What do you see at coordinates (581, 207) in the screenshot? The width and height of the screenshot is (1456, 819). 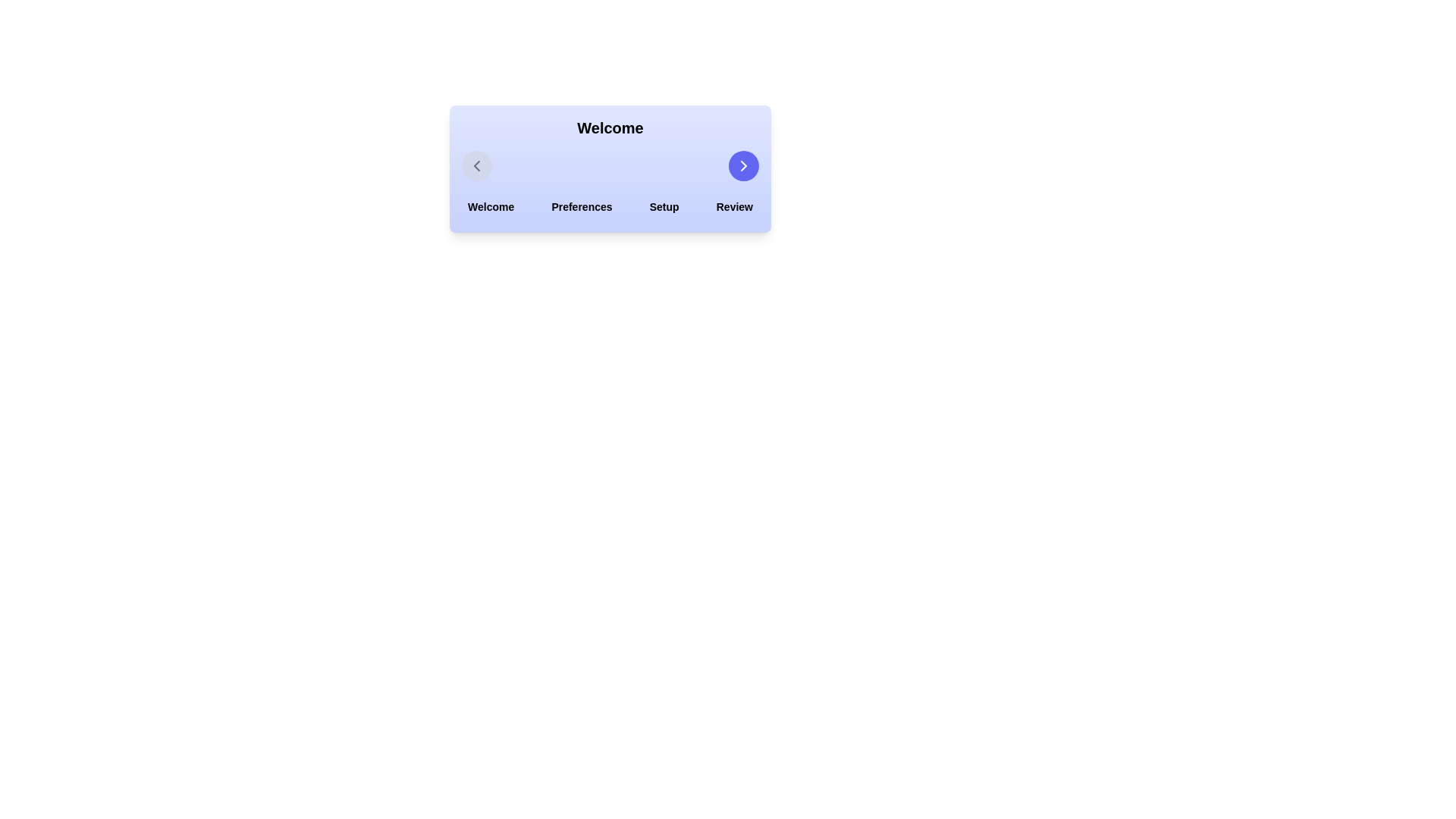 I see `the step labeled Preferences in the stepper component` at bounding box center [581, 207].